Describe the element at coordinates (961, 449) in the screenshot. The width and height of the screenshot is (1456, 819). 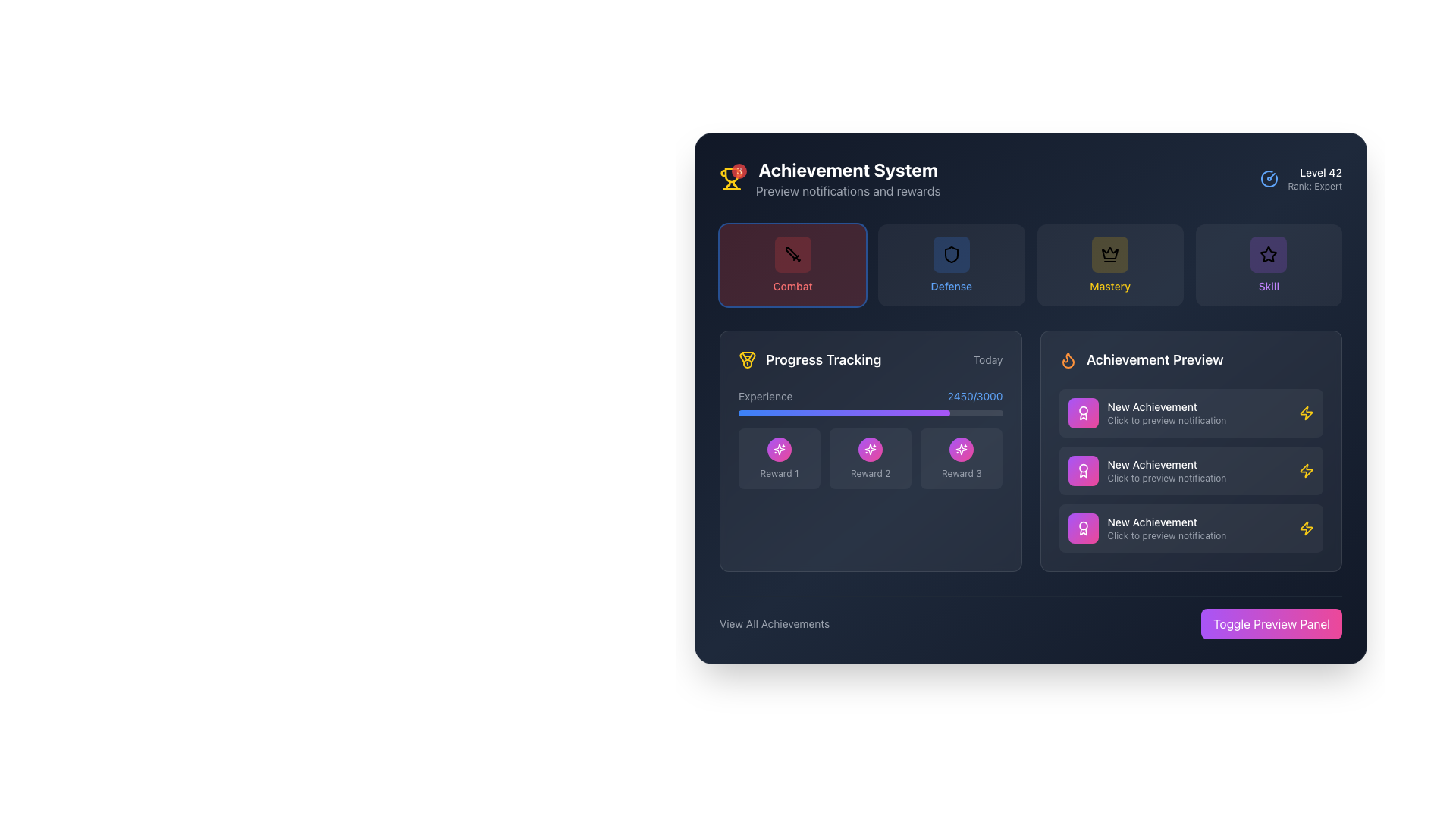
I see `the circular button with a gradient background and a white sparkling star icon located centrally within the 'Reward 3' card in the 'Progress Tracking' panel` at that location.